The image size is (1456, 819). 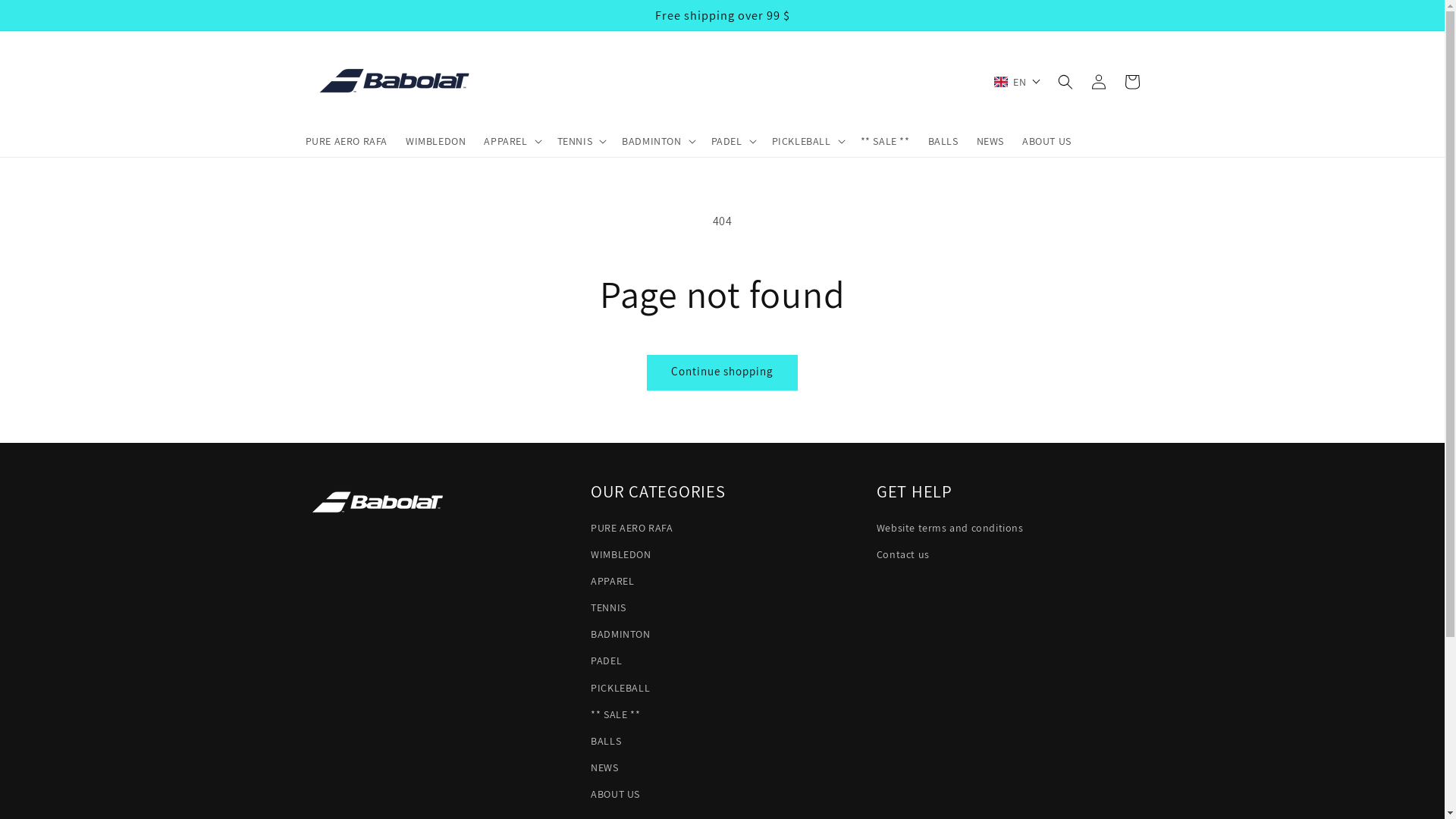 I want to click on 'APPAREL', so click(x=612, y=580).